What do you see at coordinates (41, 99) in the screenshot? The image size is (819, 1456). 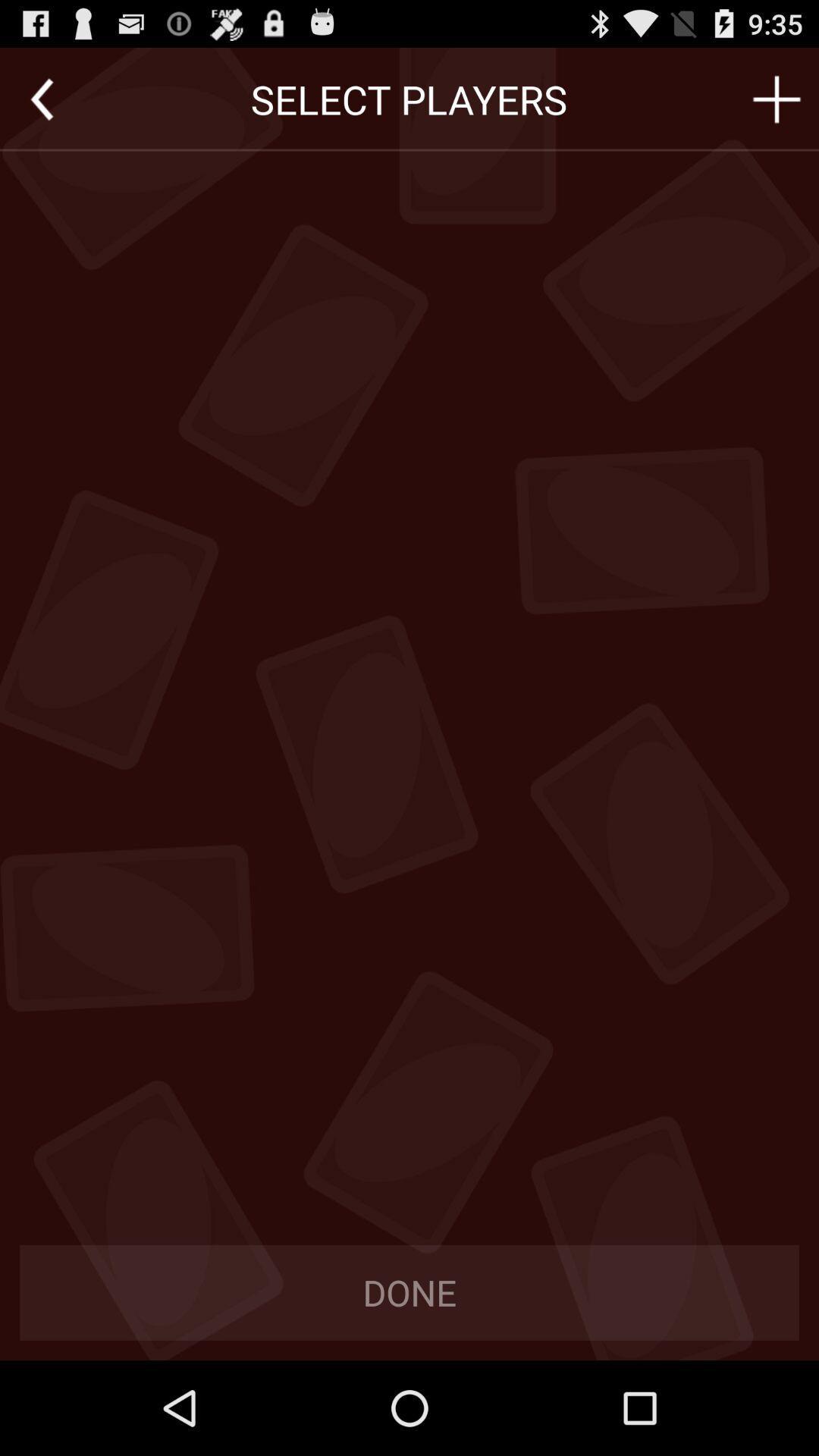 I see `previous` at bounding box center [41, 99].